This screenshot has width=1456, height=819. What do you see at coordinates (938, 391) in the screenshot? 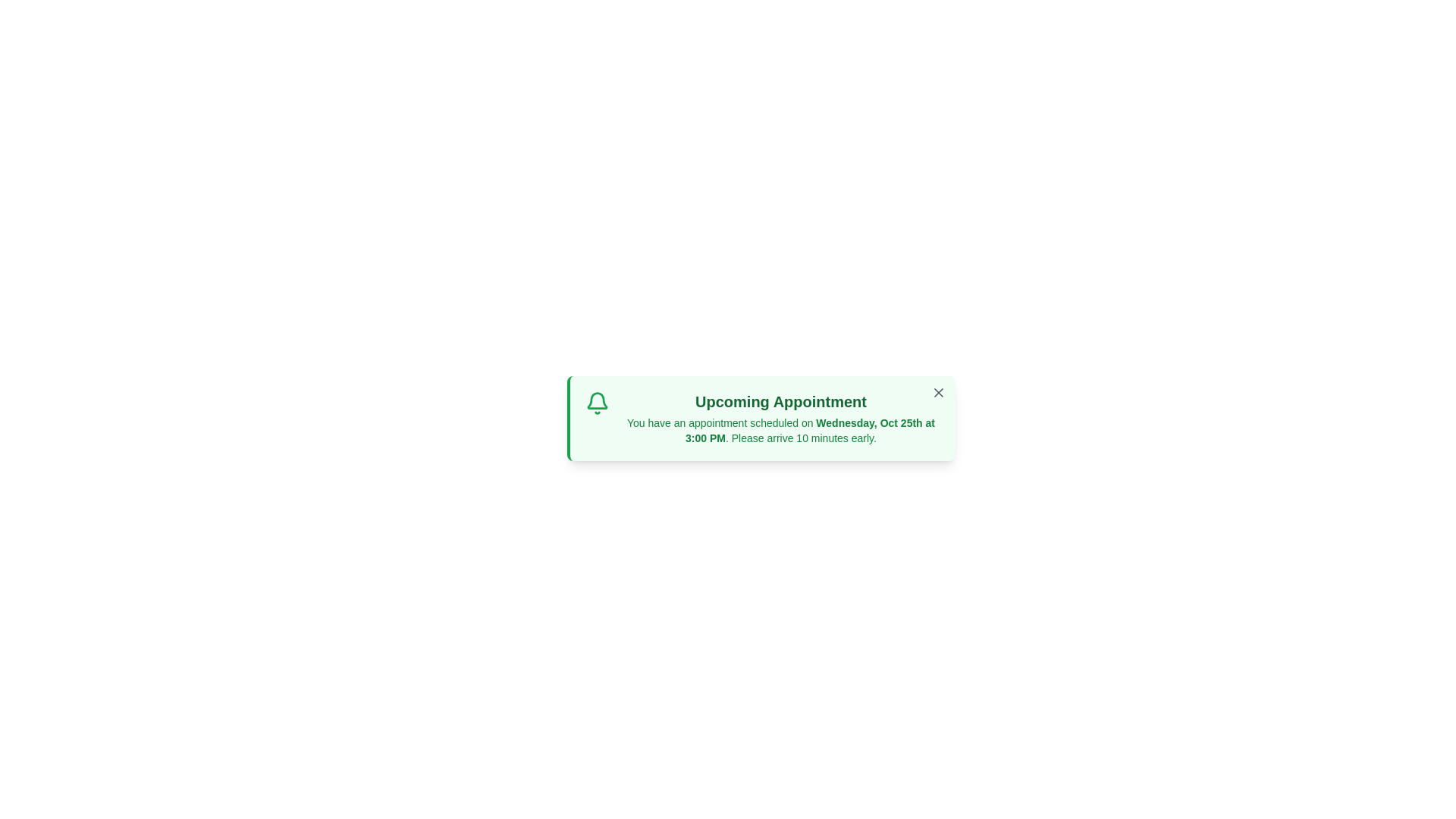
I see `the close button located at the top right corner of the notification box with a light green background` at bounding box center [938, 391].